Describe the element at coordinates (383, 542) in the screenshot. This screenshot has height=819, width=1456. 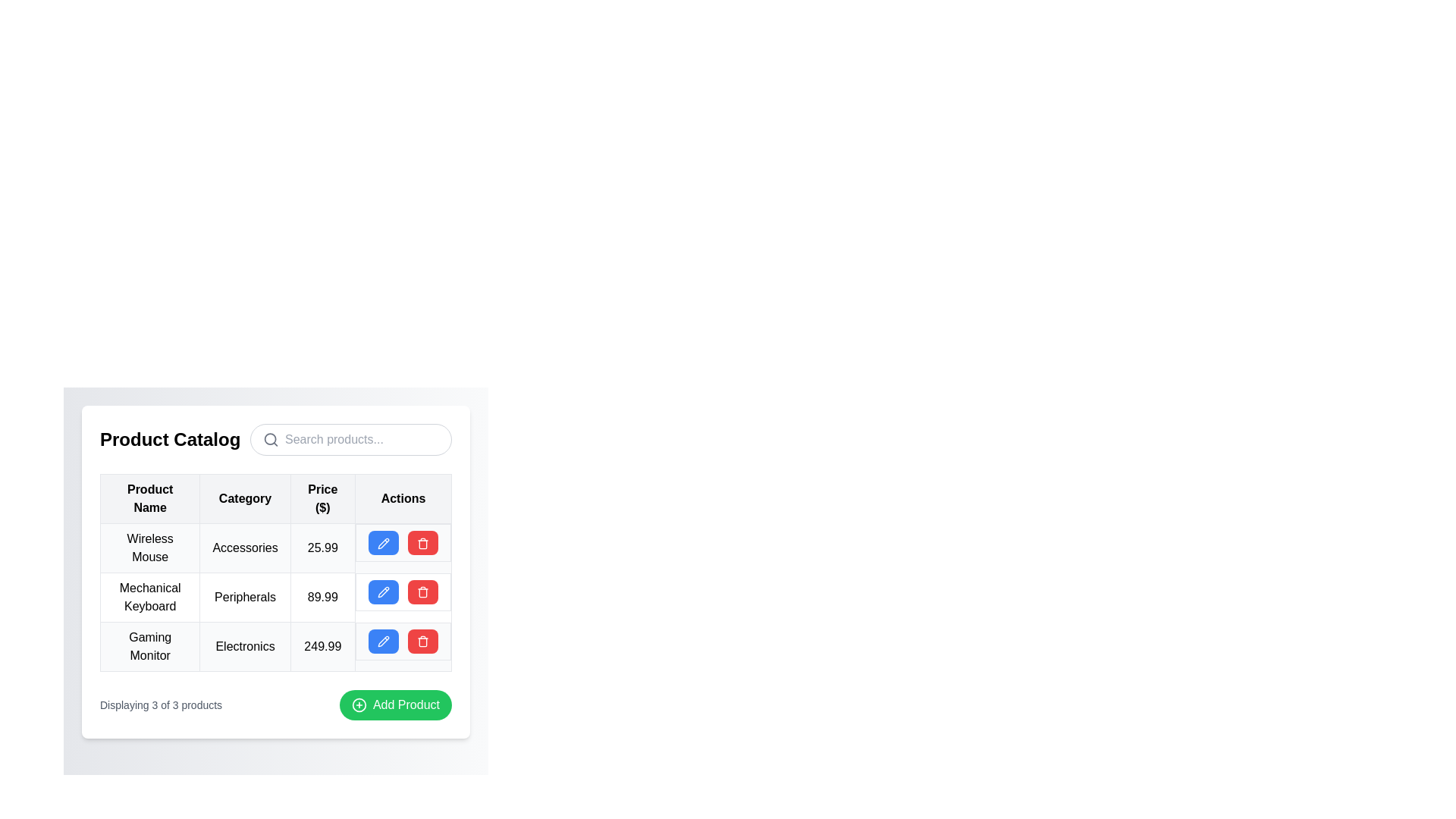
I see `the edit icon located in the 'Actions' column of the product catalog table for the 'Mechanical Keyboard' product to initiate editing` at that location.